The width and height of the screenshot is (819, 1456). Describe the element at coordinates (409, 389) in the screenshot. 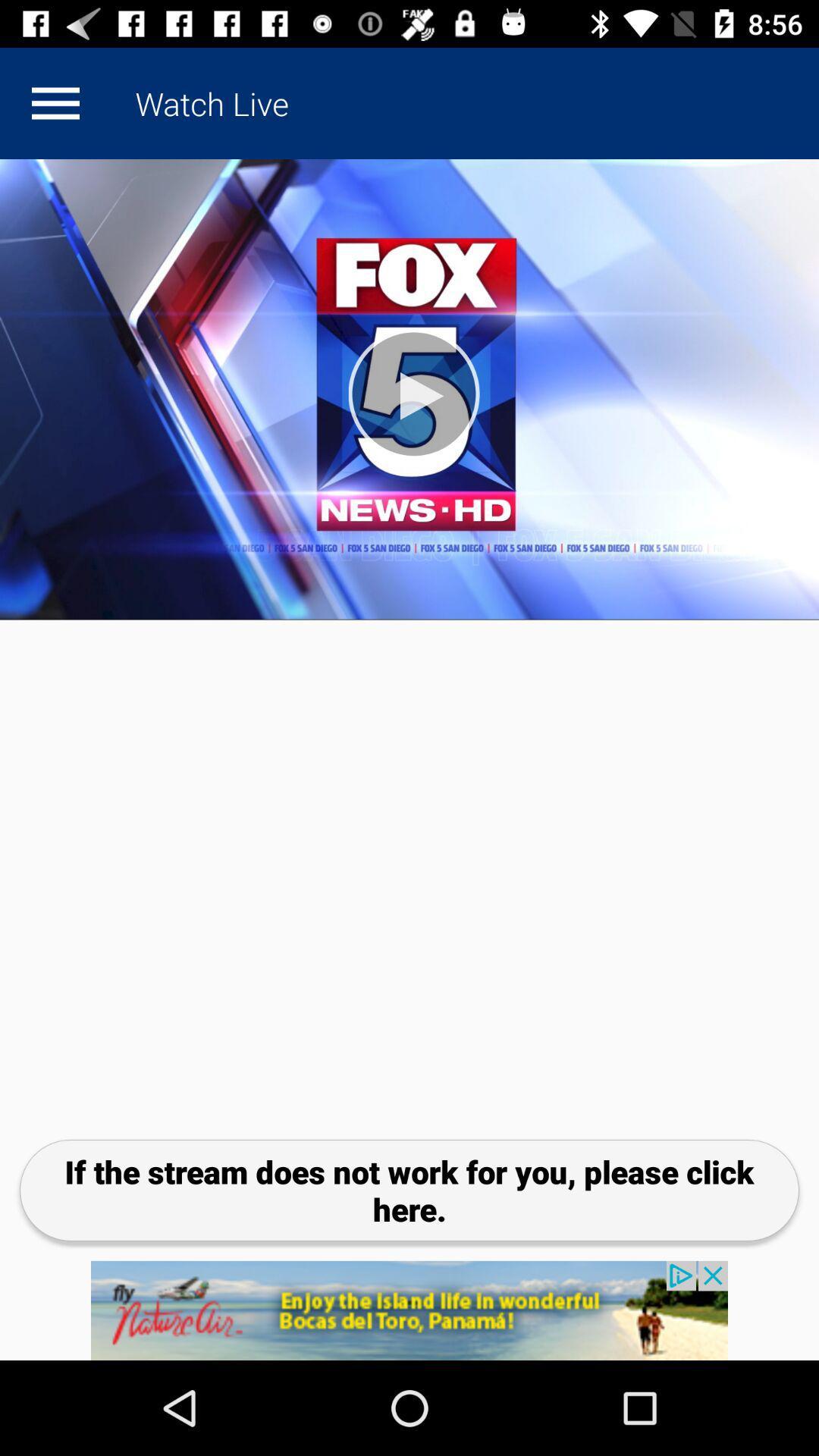

I see `fox 5 video` at that location.